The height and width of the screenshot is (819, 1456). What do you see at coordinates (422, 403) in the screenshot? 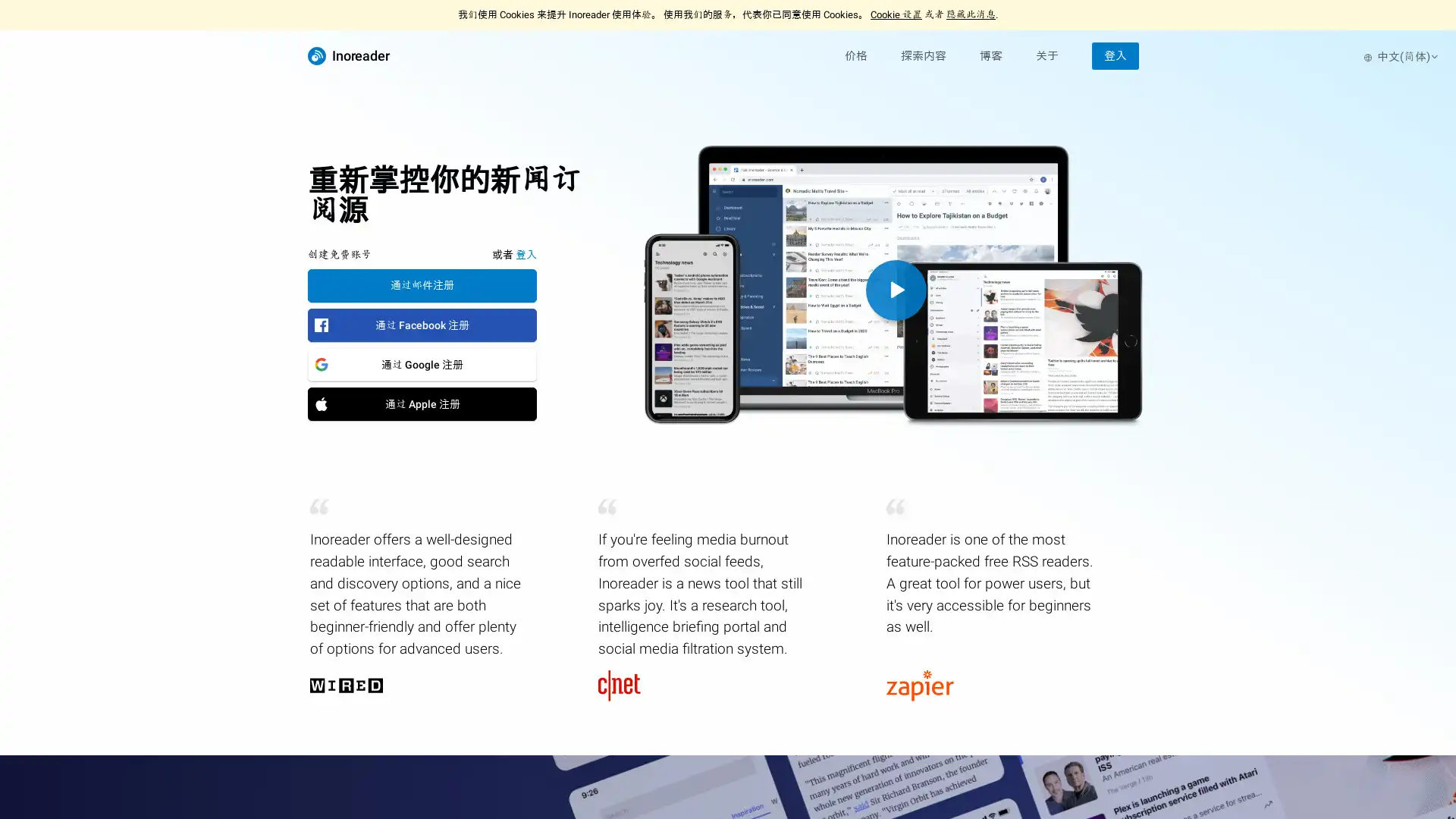
I see `Apple` at bounding box center [422, 403].